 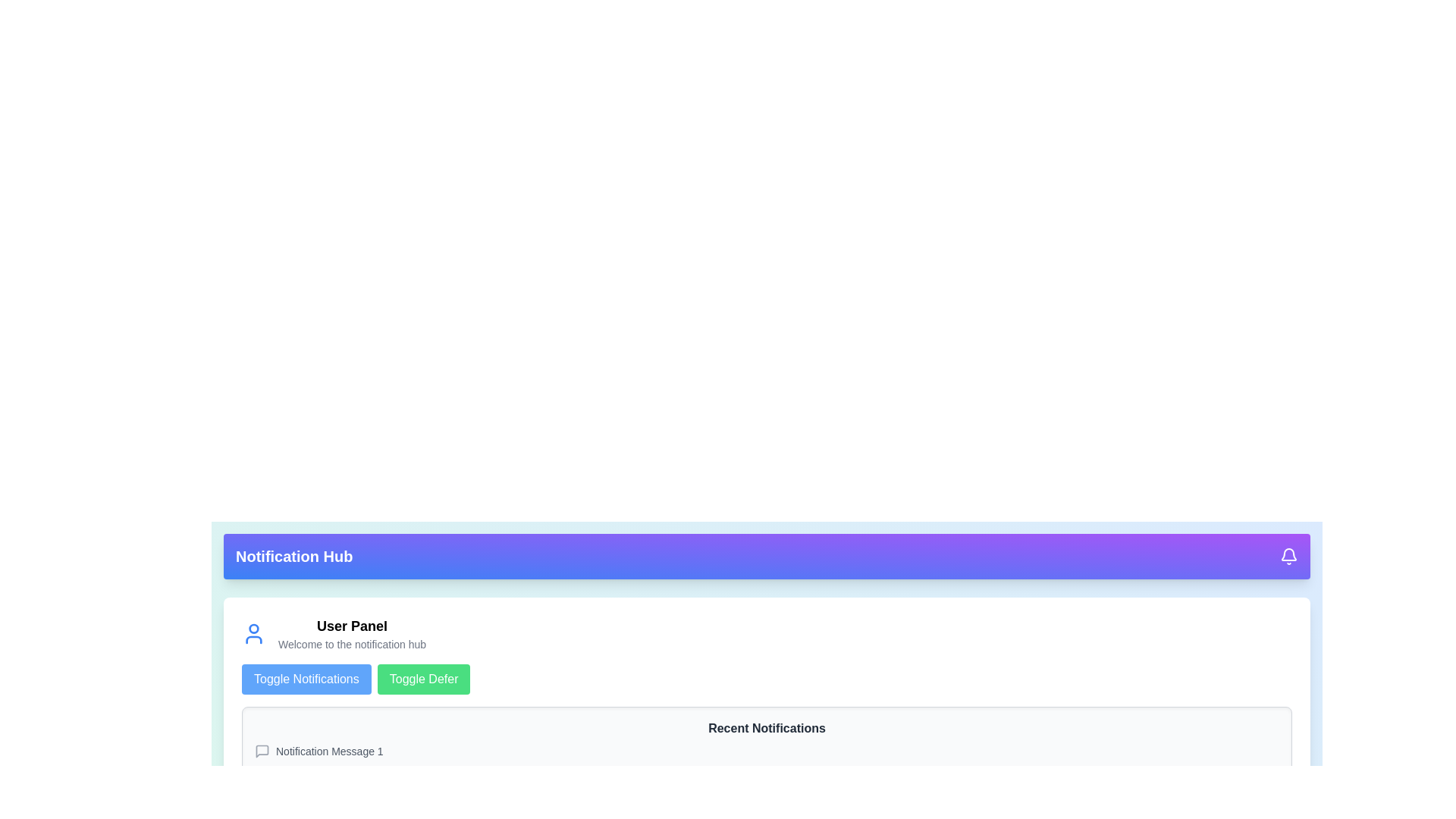 I want to click on text block that serves as a header and description for the notifications or user panel features, located slightly to the right of the user icon graphic, so click(x=351, y=634).